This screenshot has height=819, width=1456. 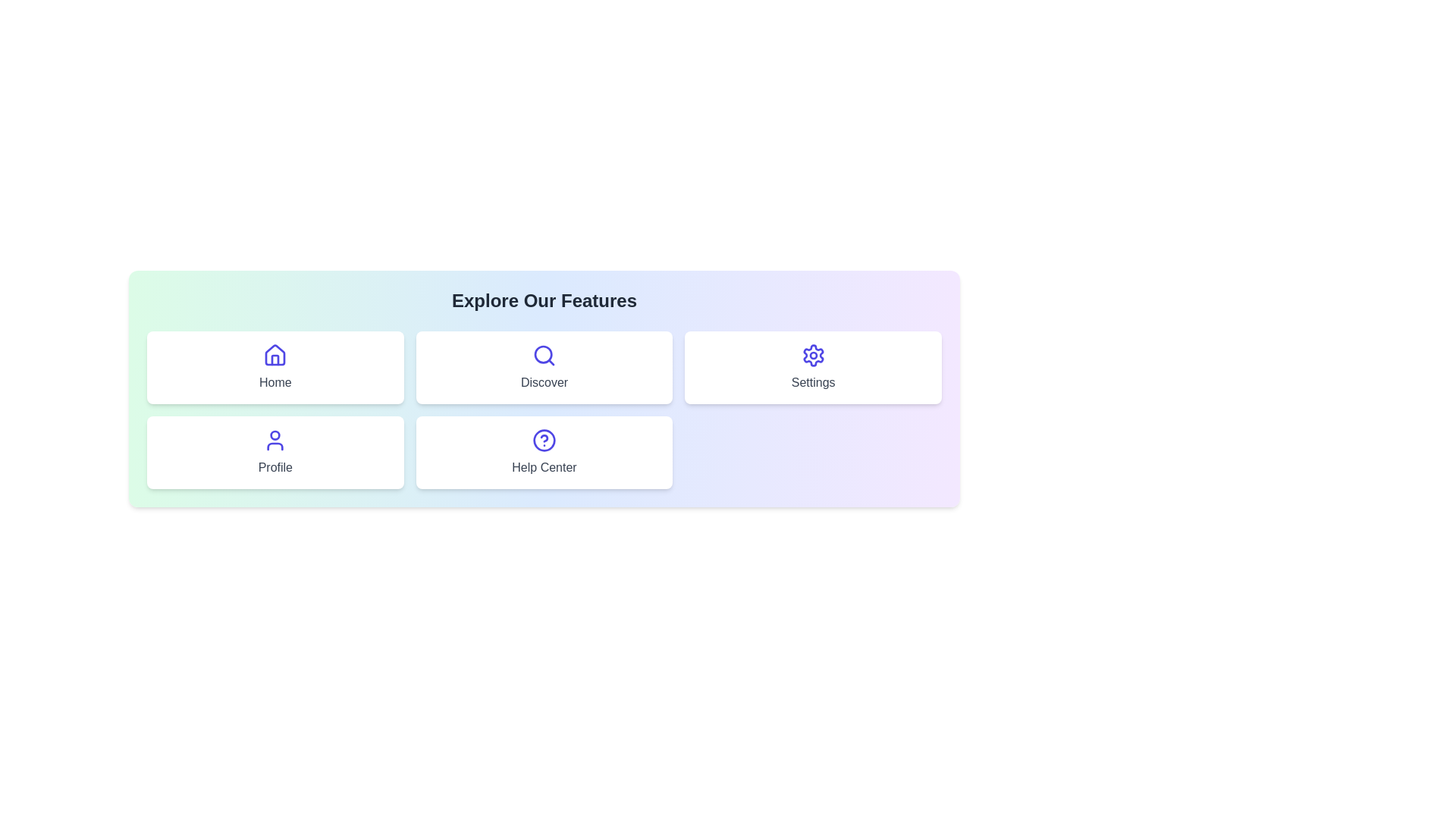 What do you see at coordinates (275, 356) in the screenshot?
I see `the indigo wireframe house icon located at the center of the 'Home' button in the top-left of the interactive button grid as a non-interactive visual` at bounding box center [275, 356].